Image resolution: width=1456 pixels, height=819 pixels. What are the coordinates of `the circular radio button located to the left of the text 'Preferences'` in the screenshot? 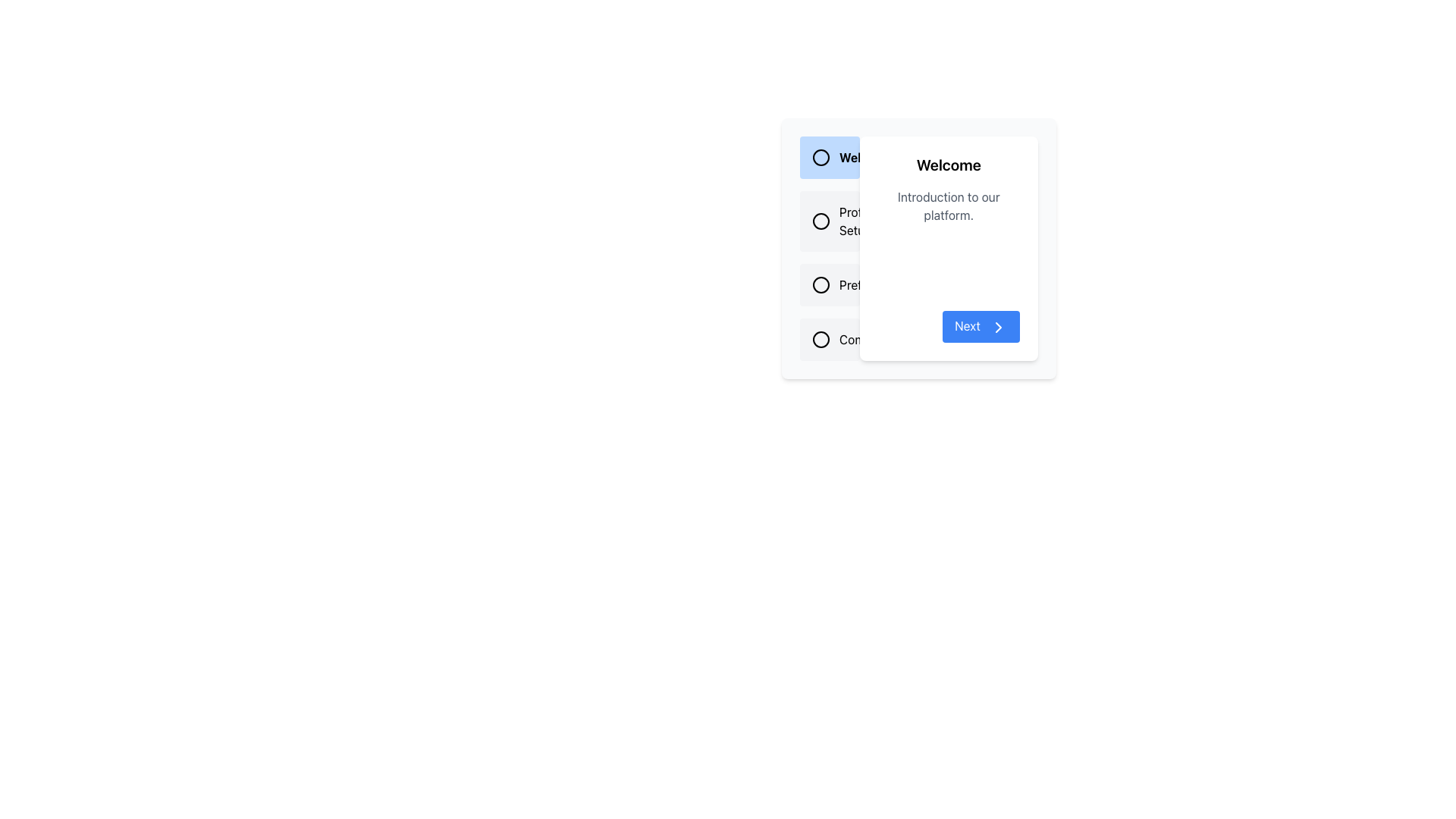 It's located at (829, 284).